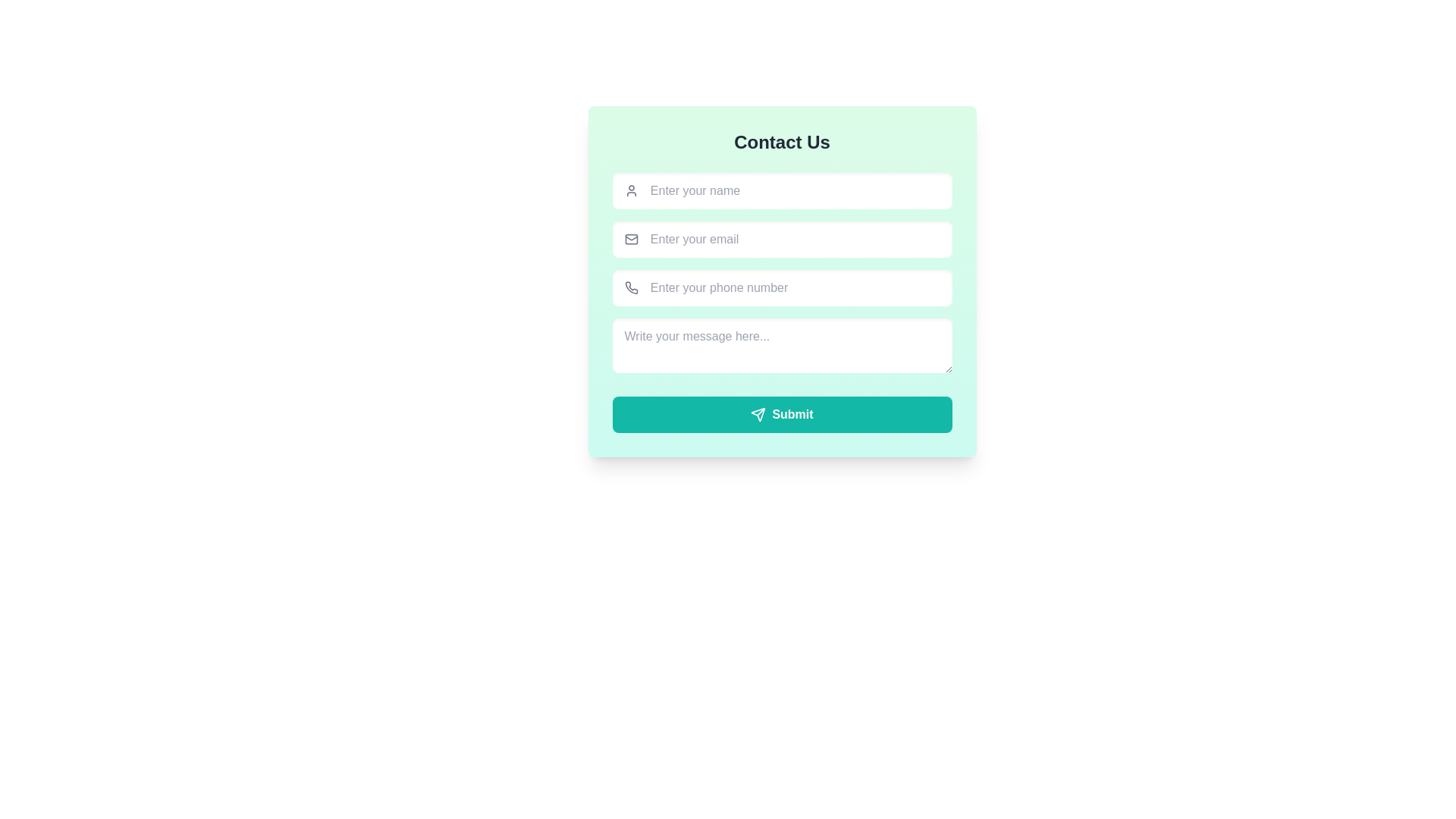 The width and height of the screenshot is (1456, 819). Describe the element at coordinates (782, 281) in the screenshot. I see `the phone number input field in the contact form to focus on it` at that location.